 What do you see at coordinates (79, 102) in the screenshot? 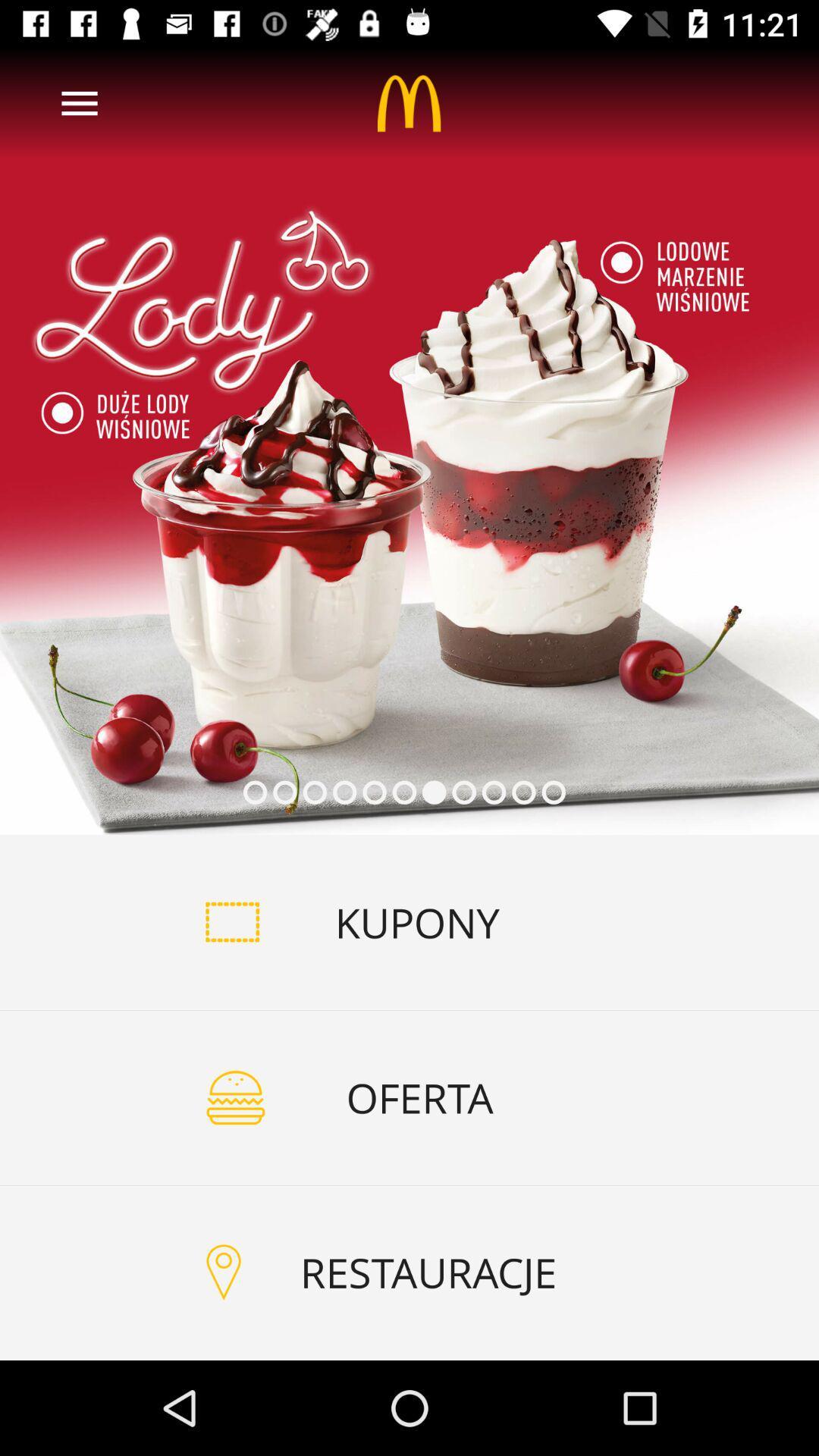
I see `menu` at bounding box center [79, 102].